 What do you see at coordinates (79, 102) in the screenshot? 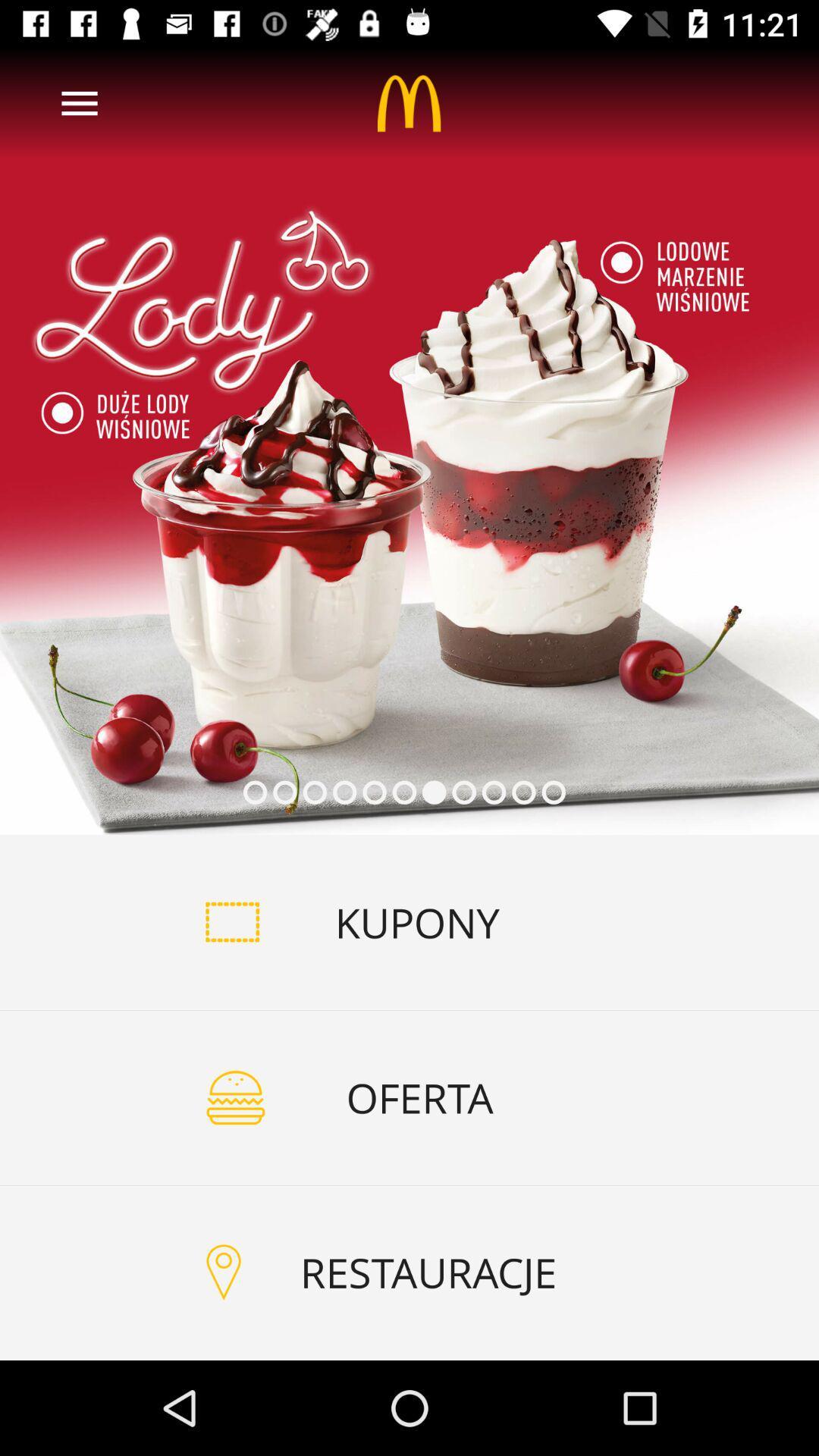
I see `menu` at bounding box center [79, 102].